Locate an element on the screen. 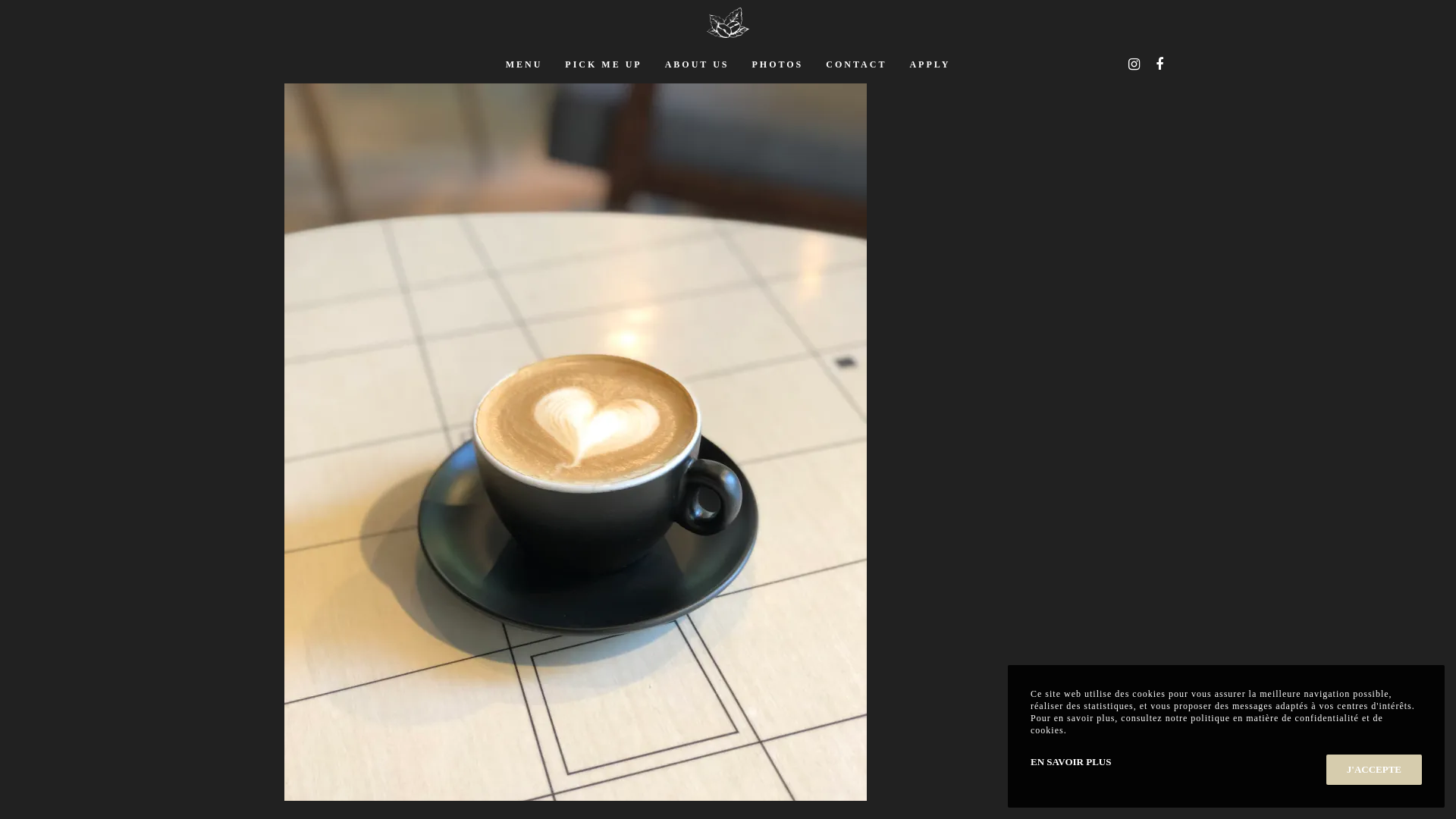 This screenshot has height=819, width=1456. 'EN SAVOIR PLUS' is located at coordinates (1069, 761).